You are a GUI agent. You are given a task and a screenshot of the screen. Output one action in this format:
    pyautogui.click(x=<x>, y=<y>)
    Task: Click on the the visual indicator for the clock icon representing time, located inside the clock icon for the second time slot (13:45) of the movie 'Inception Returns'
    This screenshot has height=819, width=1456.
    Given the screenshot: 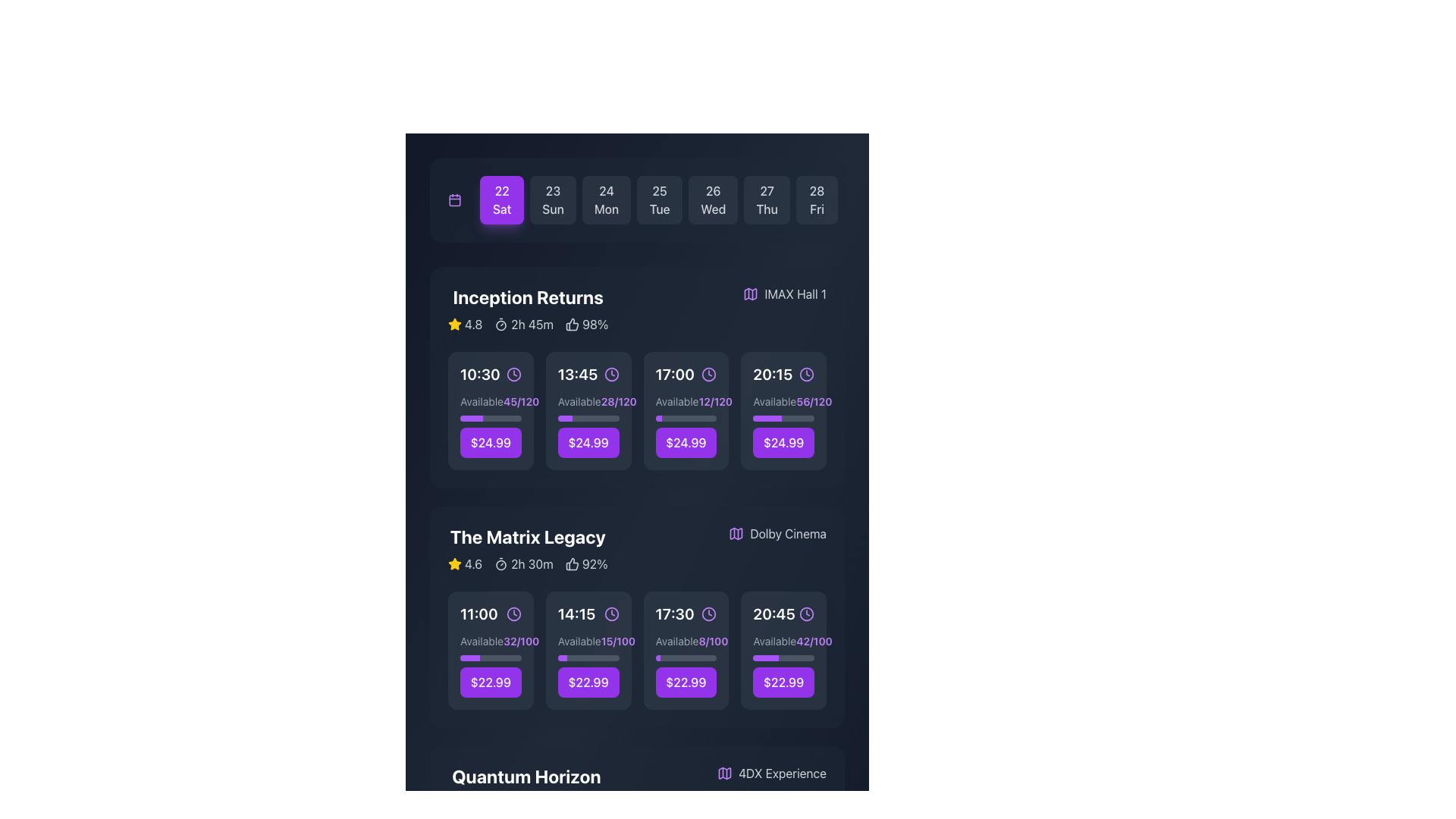 What is the action you would take?
    pyautogui.click(x=611, y=374)
    